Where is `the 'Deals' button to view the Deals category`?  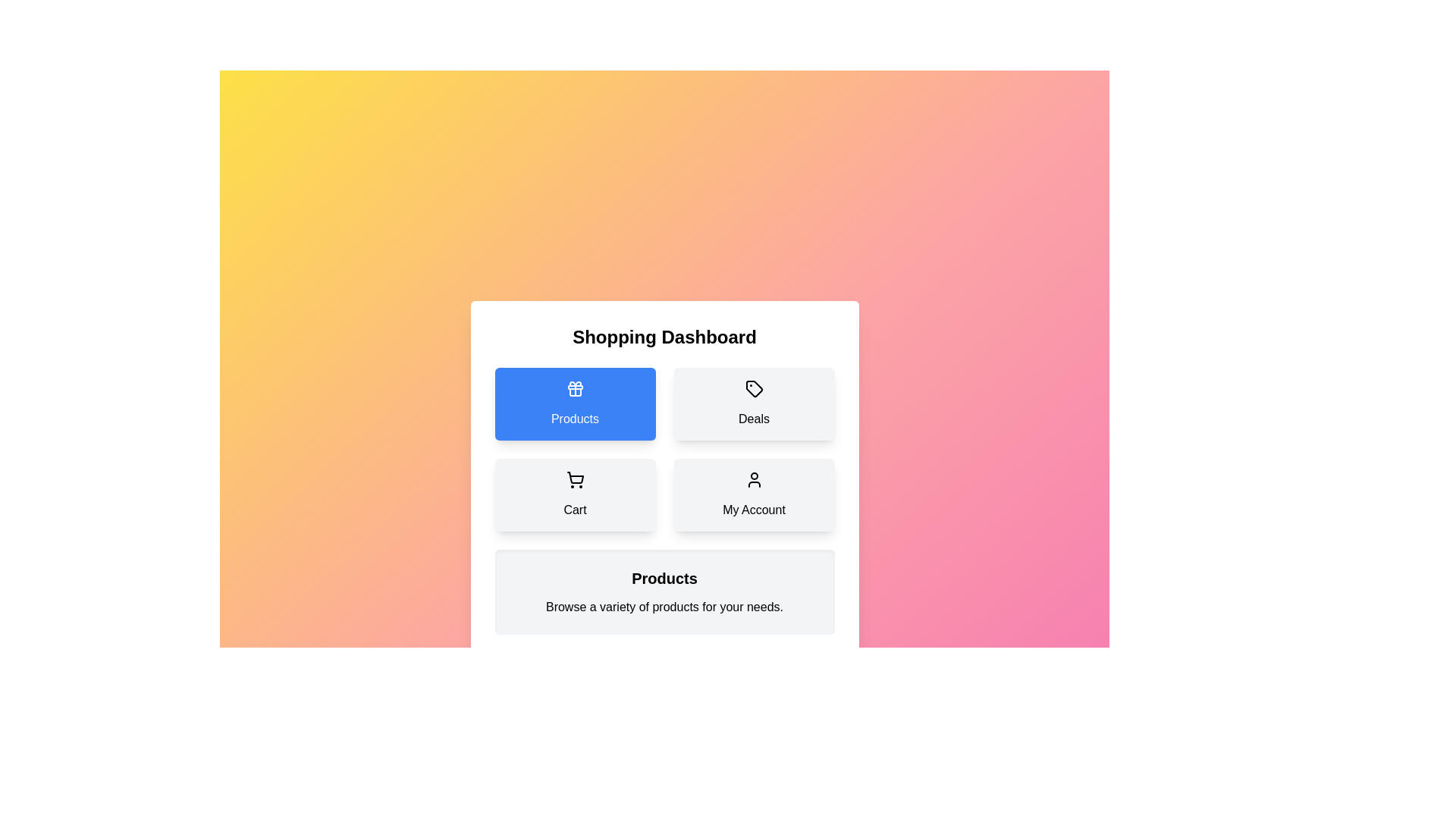 the 'Deals' button to view the Deals category is located at coordinates (754, 403).